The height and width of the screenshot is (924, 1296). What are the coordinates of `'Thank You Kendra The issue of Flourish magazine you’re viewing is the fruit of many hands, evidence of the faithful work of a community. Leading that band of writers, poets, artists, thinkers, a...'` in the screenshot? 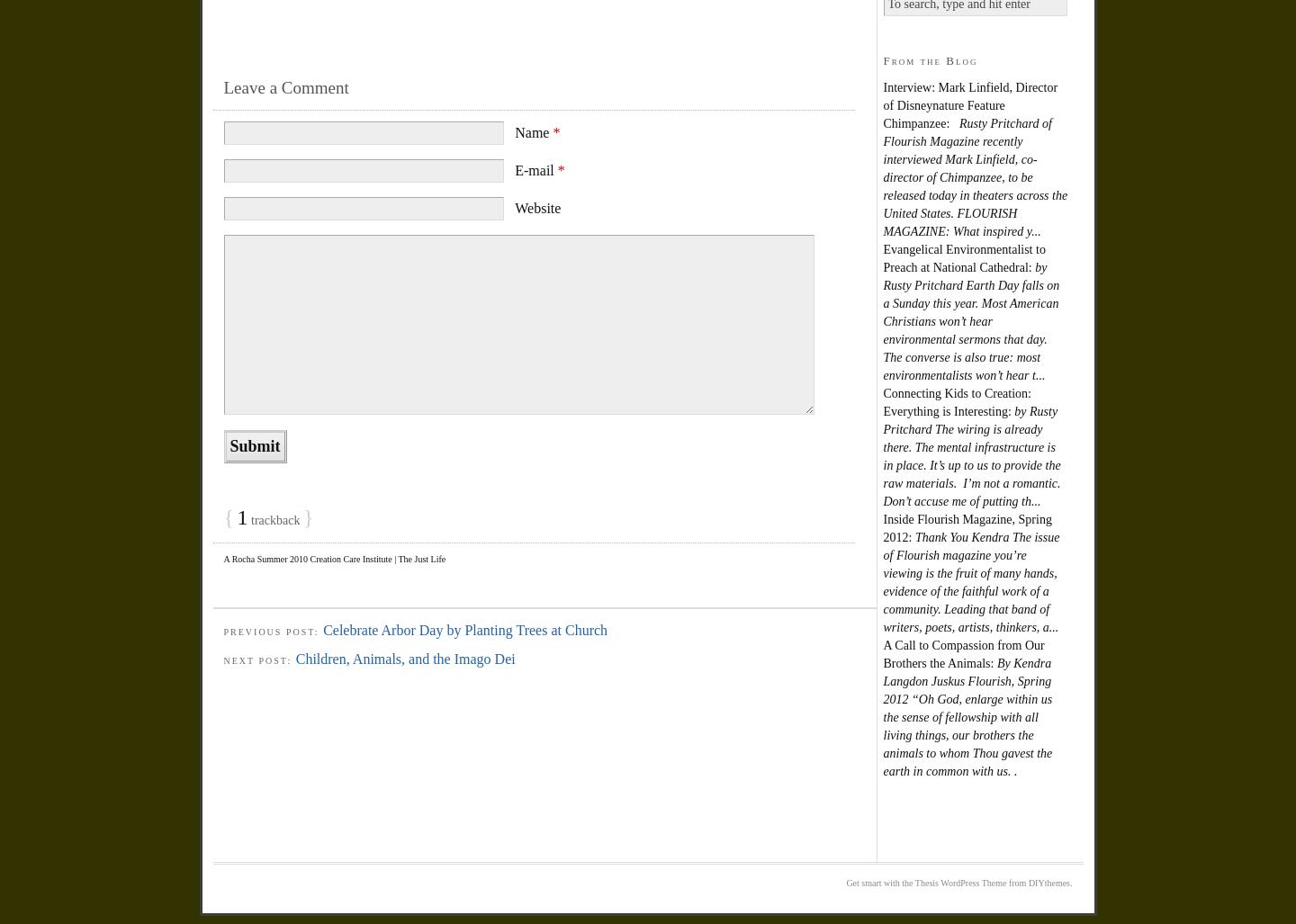 It's located at (970, 580).